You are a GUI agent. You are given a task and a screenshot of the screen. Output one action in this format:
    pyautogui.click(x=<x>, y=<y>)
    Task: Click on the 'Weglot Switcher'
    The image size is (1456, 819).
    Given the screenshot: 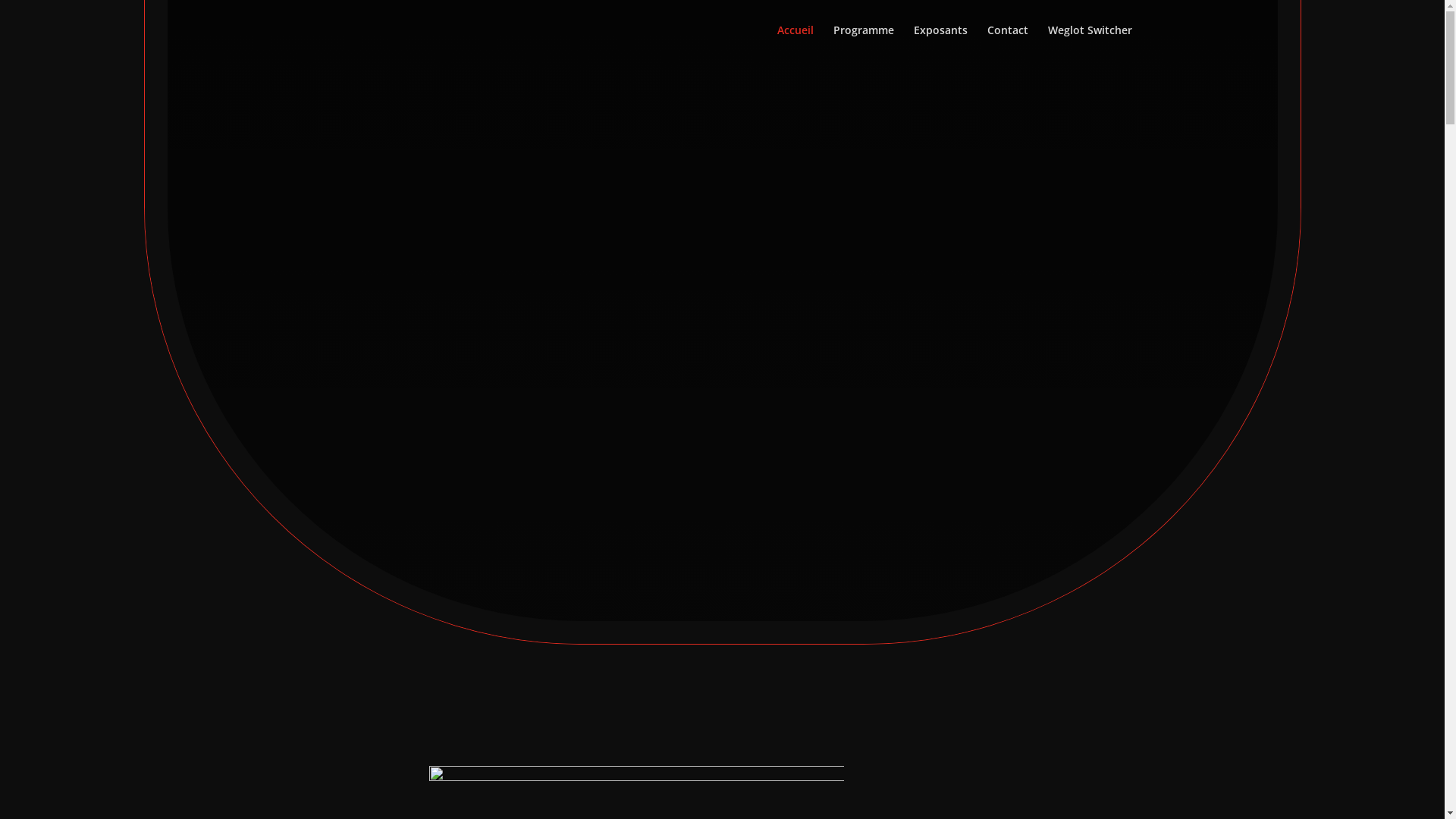 What is the action you would take?
    pyautogui.click(x=1089, y=42)
    